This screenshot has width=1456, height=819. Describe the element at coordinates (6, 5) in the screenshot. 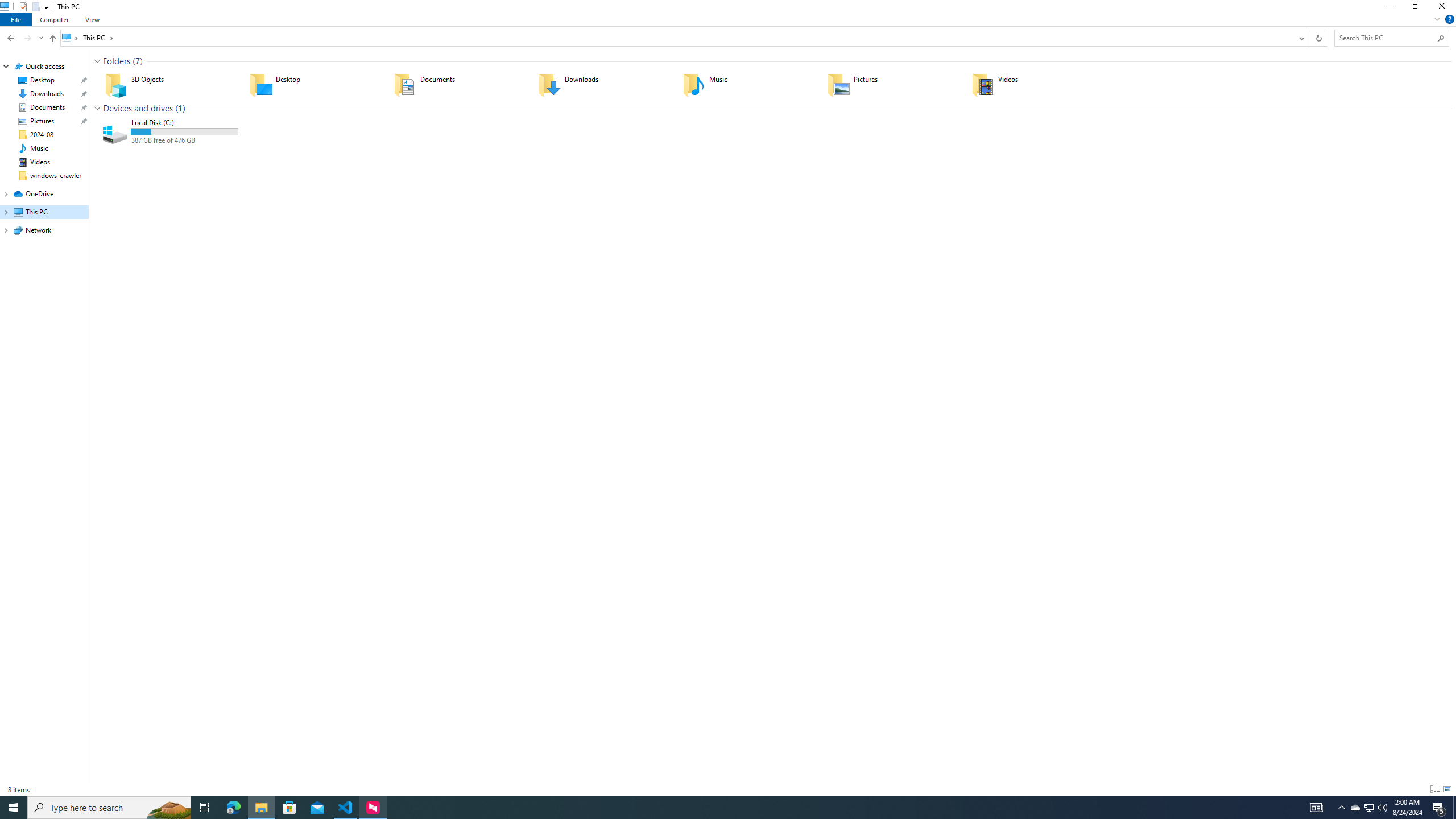

I see `'System'` at that location.